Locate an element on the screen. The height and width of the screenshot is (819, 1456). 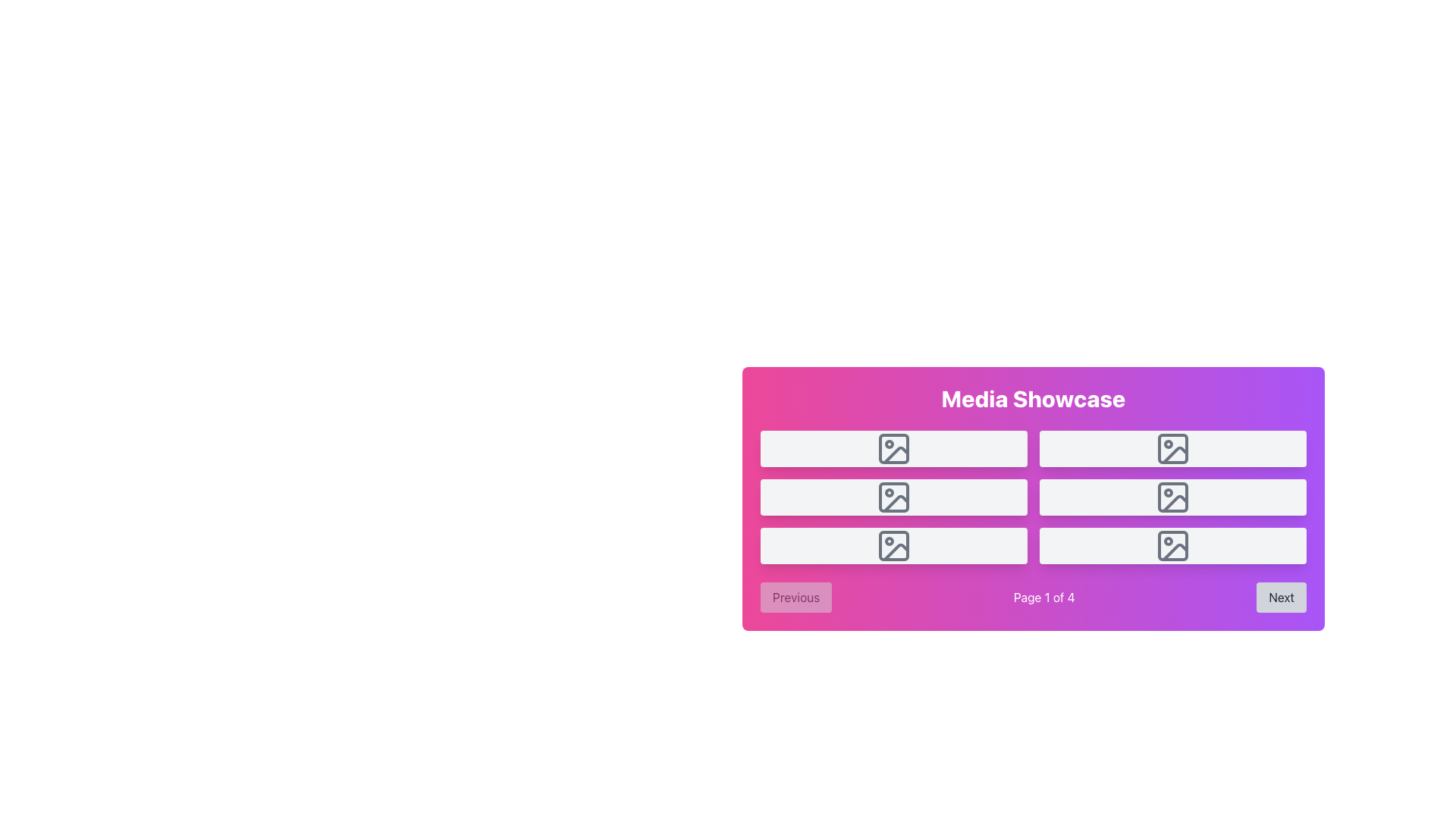
the image placeholder icon located in the second row and first column of the grid in the 'Media Showcase' panel is located at coordinates (894, 447).